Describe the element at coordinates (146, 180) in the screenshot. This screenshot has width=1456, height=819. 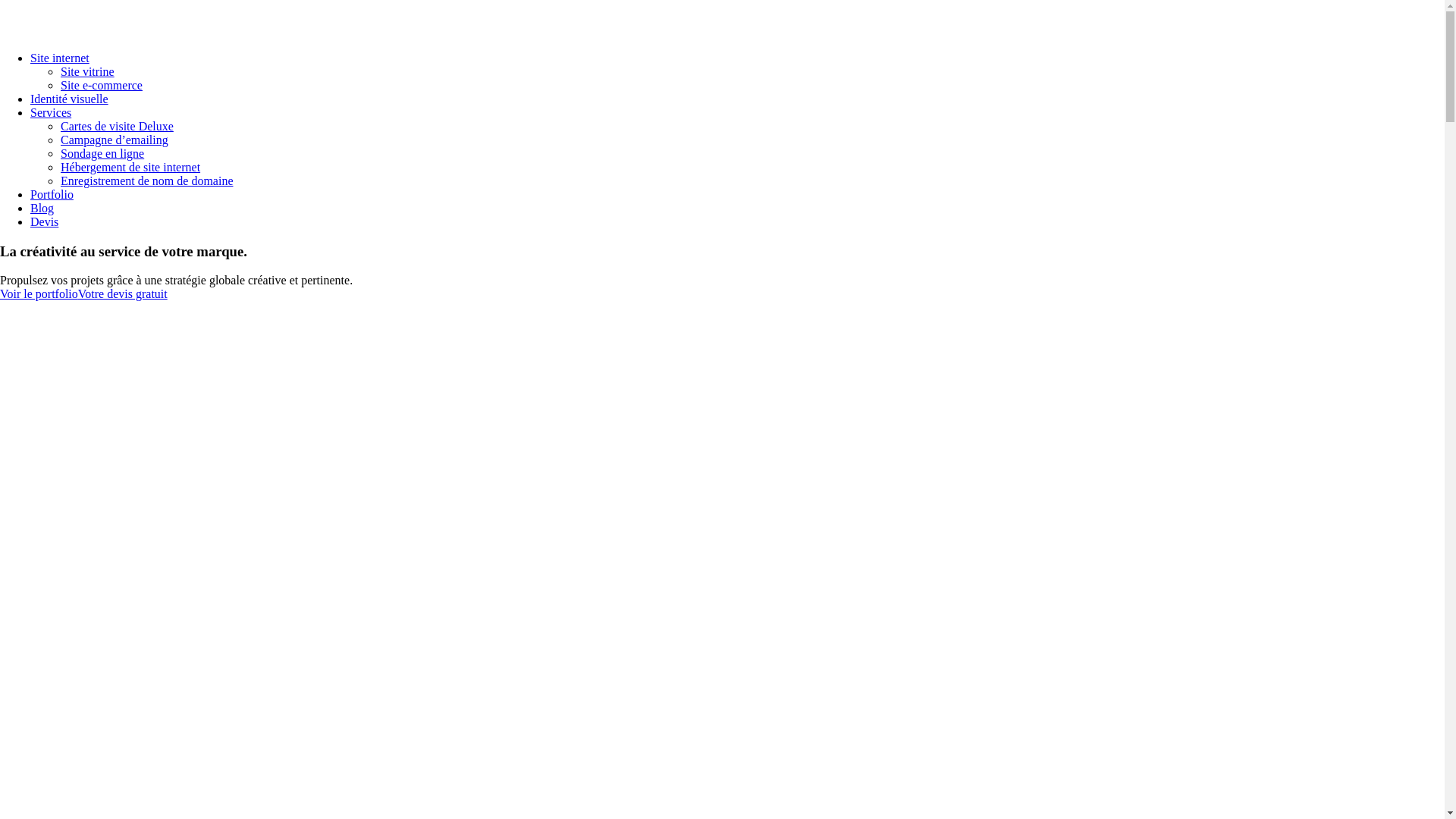
I see `'Enregistrement de nom de domaine'` at that location.